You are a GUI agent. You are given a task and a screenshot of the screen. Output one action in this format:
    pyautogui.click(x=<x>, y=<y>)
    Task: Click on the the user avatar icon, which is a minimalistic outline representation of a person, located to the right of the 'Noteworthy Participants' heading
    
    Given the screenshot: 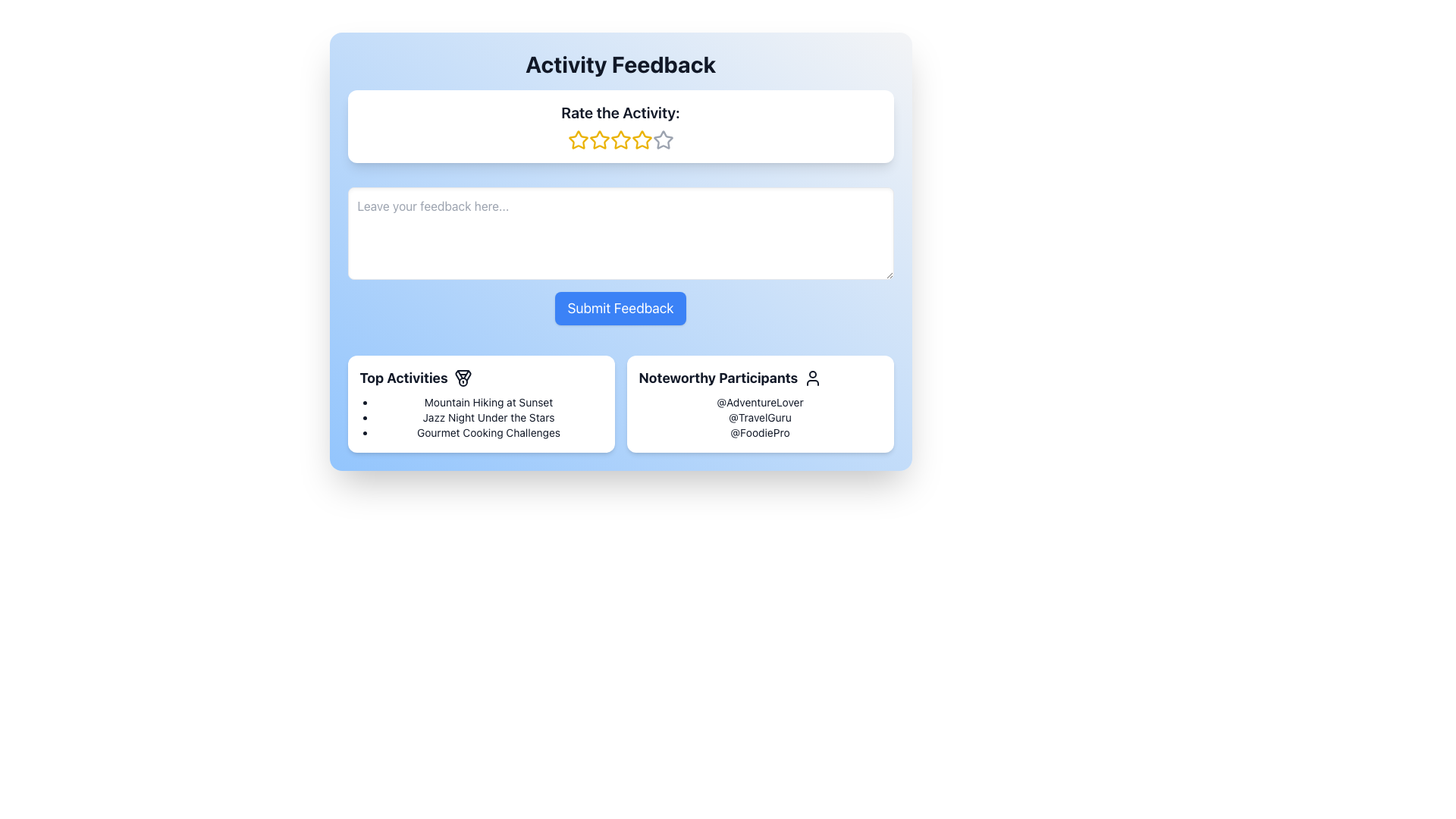 What is the action you would take?
    pyautogui.click(x=812, y=377)
    